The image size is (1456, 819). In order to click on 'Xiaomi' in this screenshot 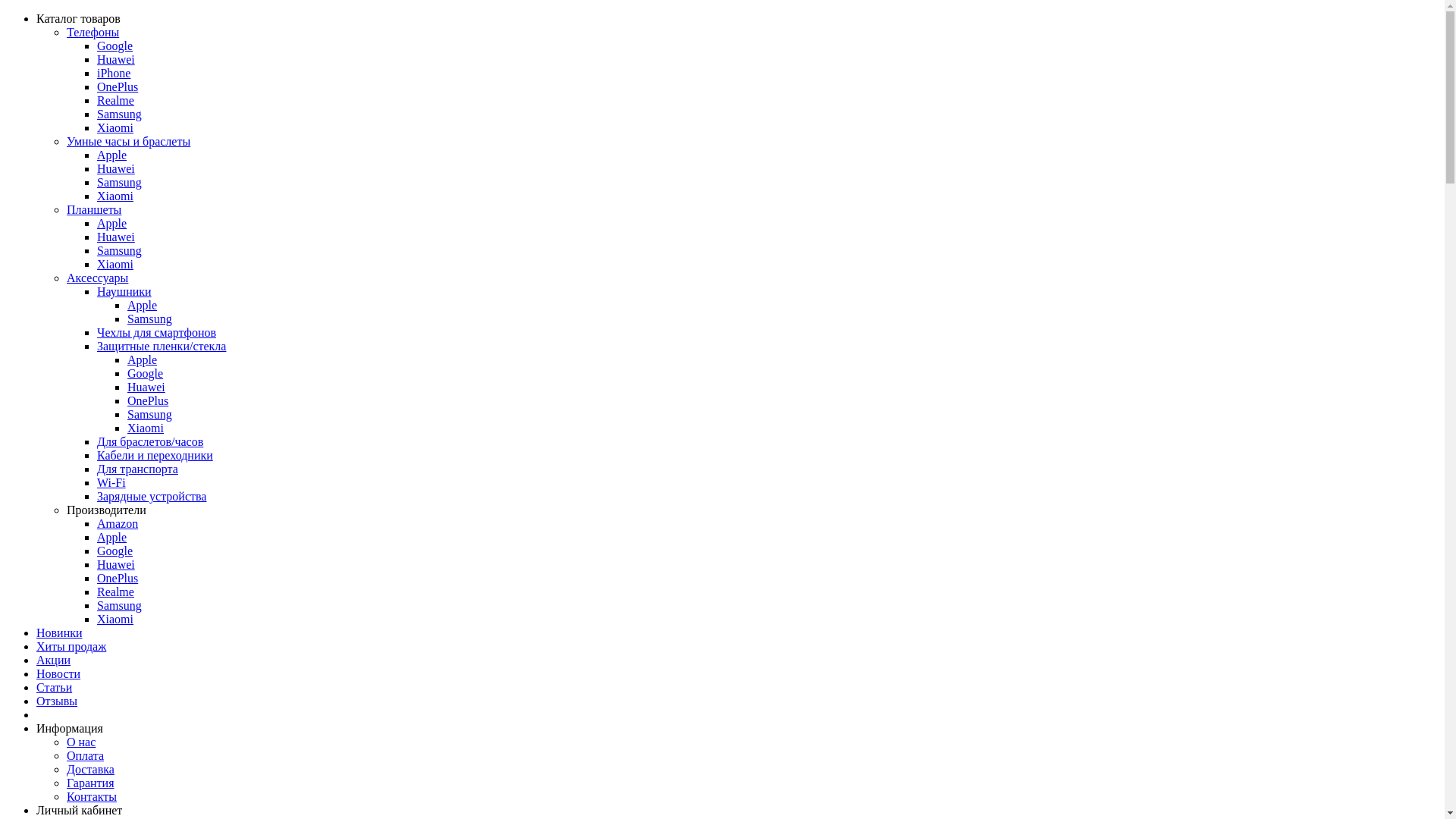, I will do `click(96, 127)`.